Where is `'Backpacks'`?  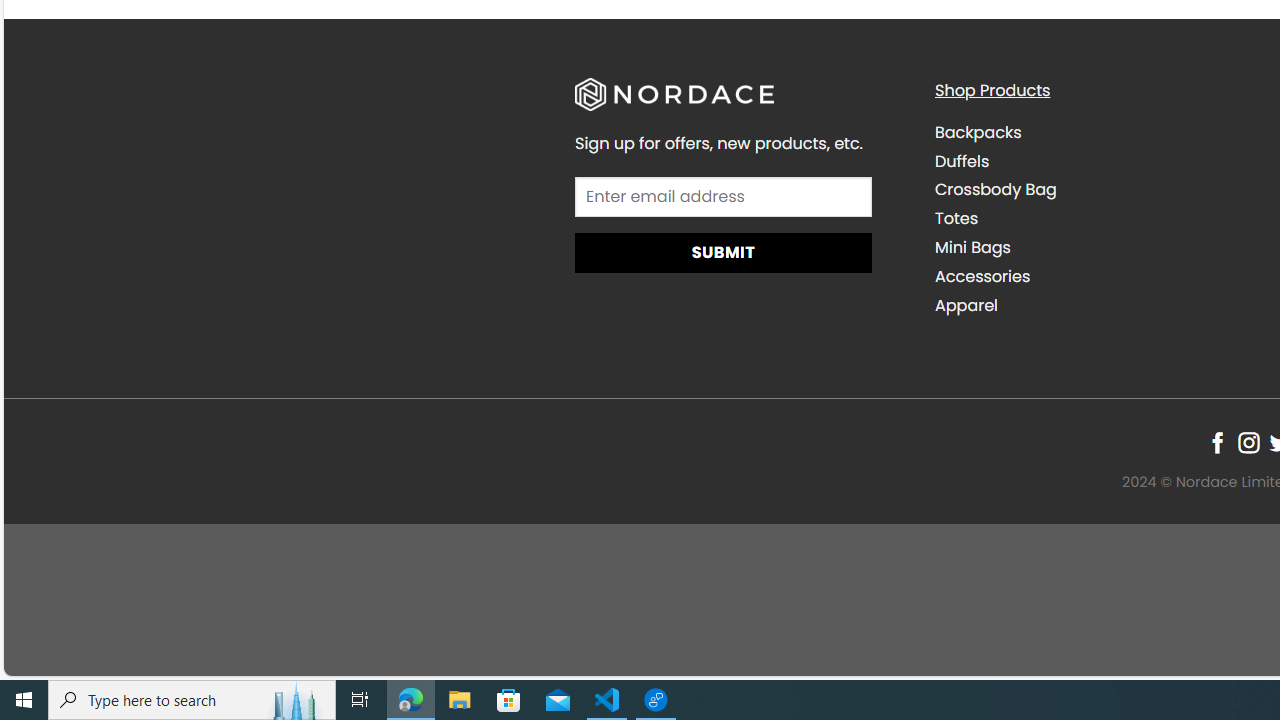 'Backpacks' is located at coordinates (977, 132).